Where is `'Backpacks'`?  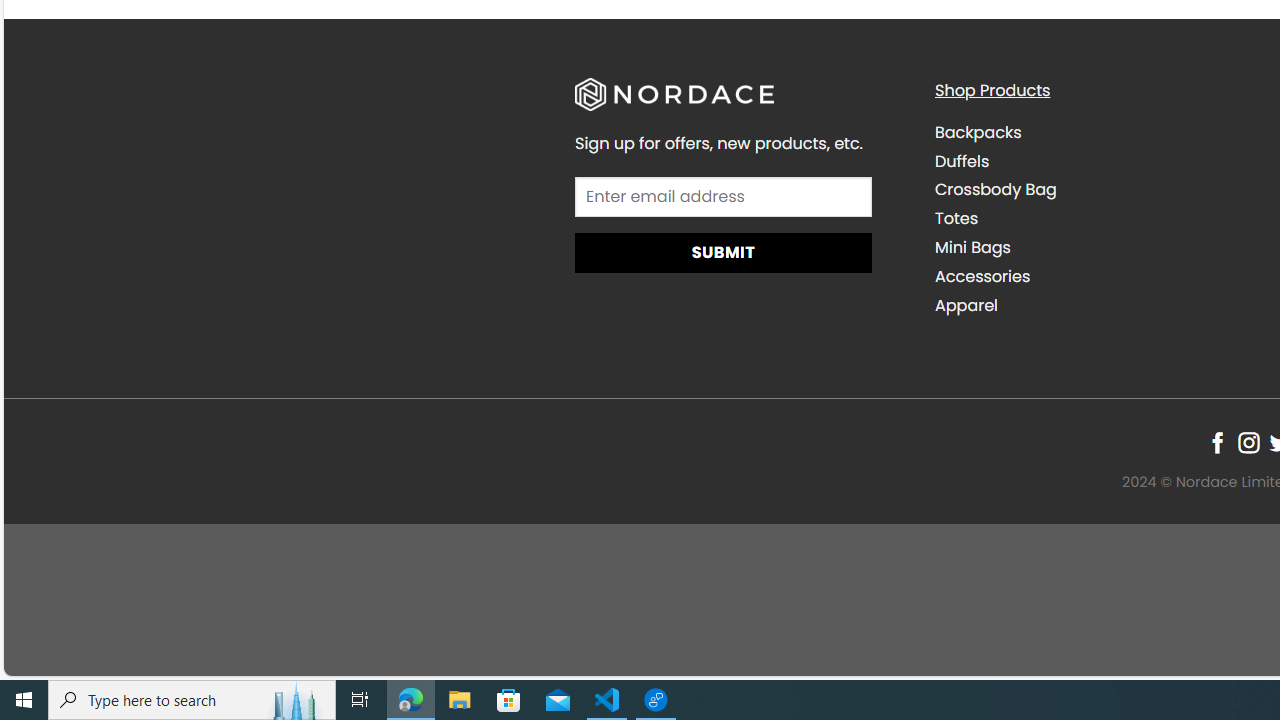 'Backpacks' is located at coordinates (977, 132).